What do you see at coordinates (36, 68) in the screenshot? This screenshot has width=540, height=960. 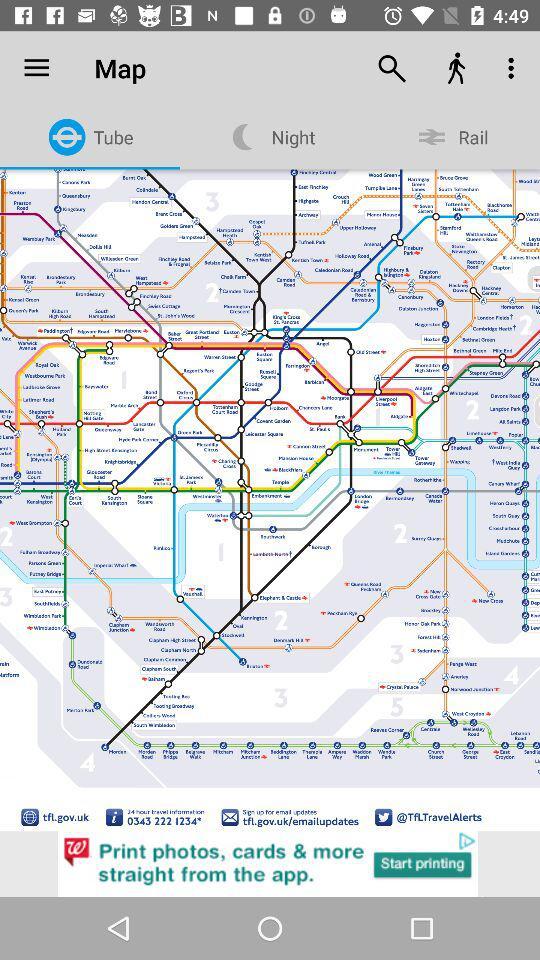 I see `the item to the left of tube icon` at bounding box center [36, 68].